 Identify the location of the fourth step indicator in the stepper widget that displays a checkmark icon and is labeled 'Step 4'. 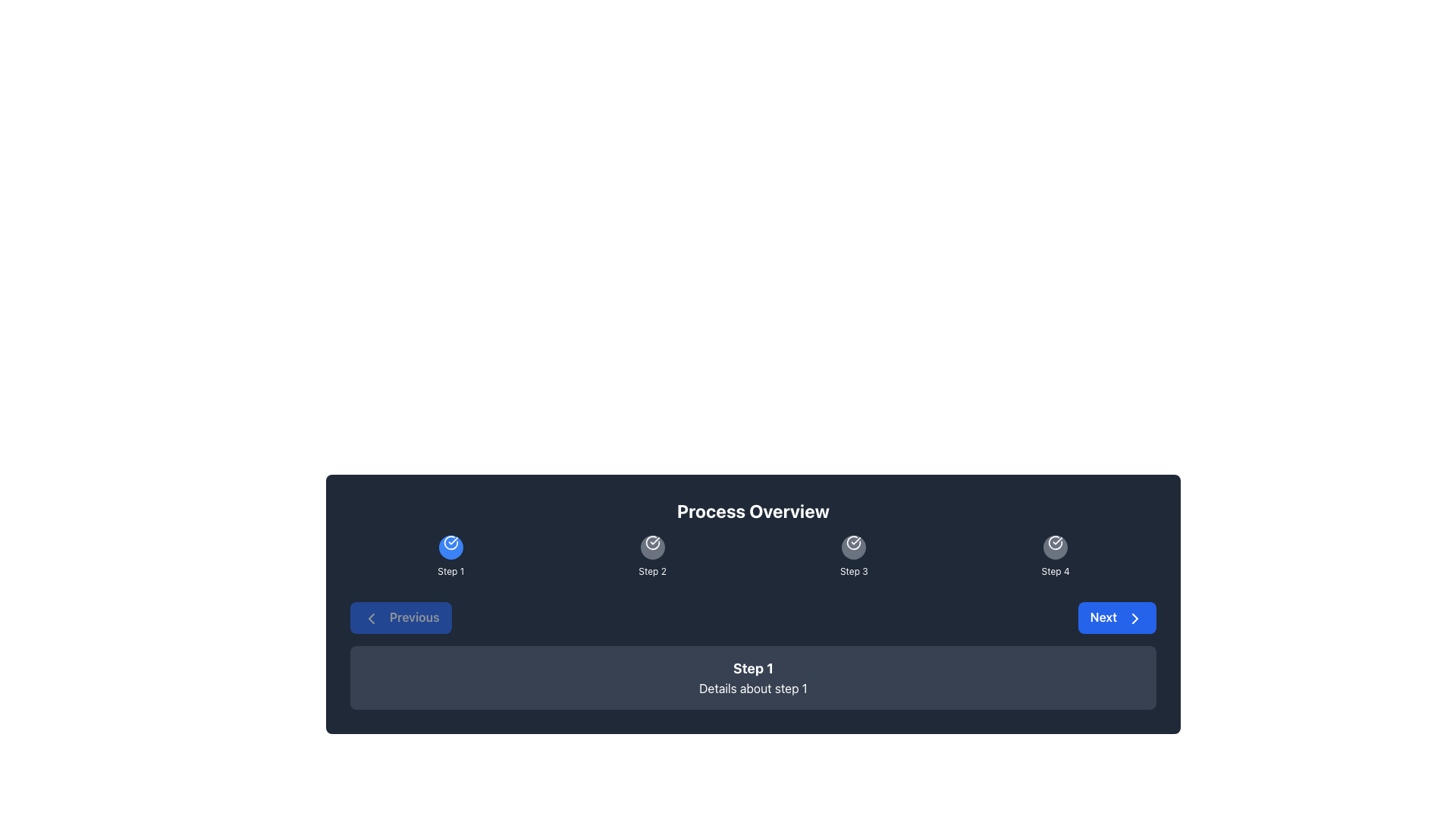
(1055, 547).